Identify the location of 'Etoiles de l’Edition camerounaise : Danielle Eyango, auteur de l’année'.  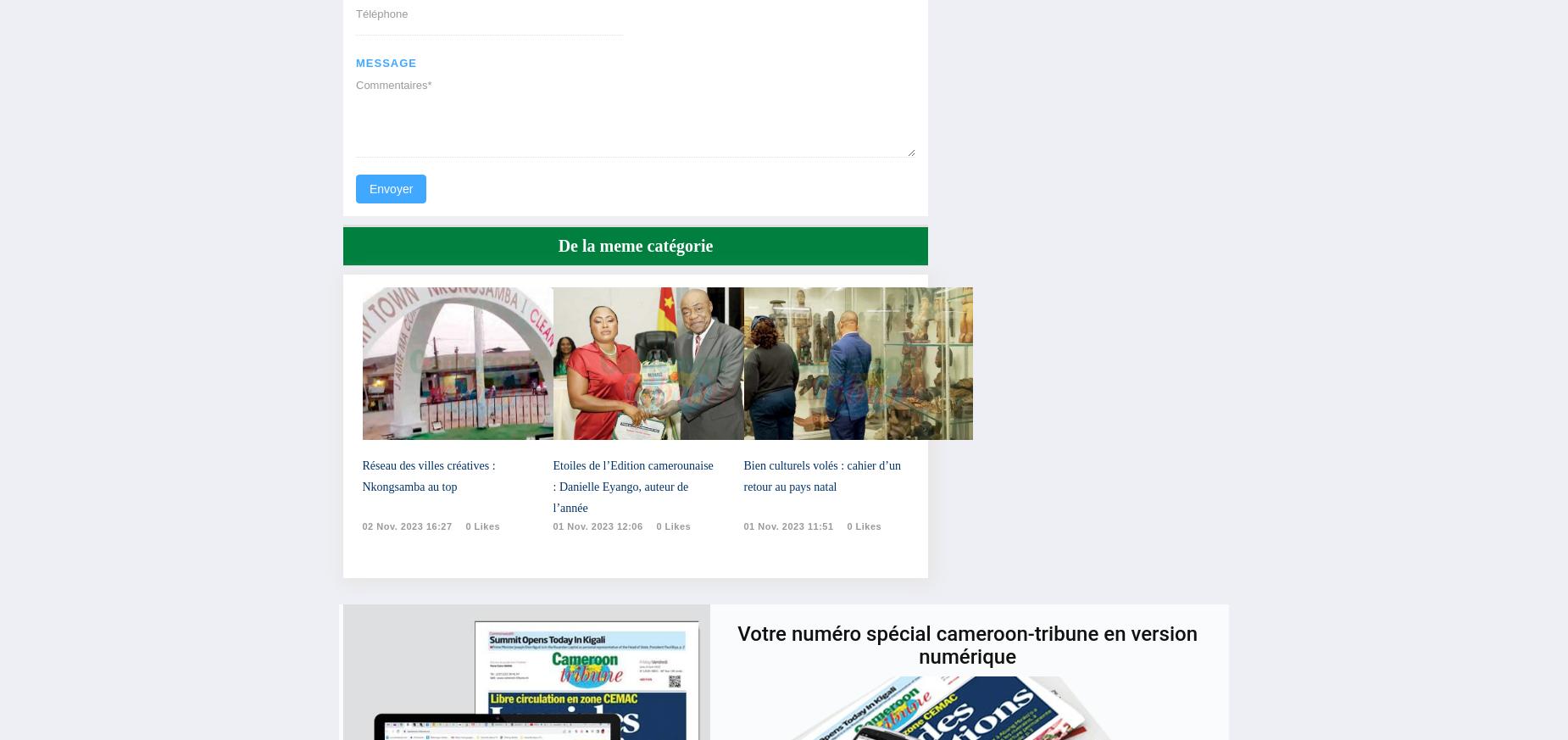
(632, 486).